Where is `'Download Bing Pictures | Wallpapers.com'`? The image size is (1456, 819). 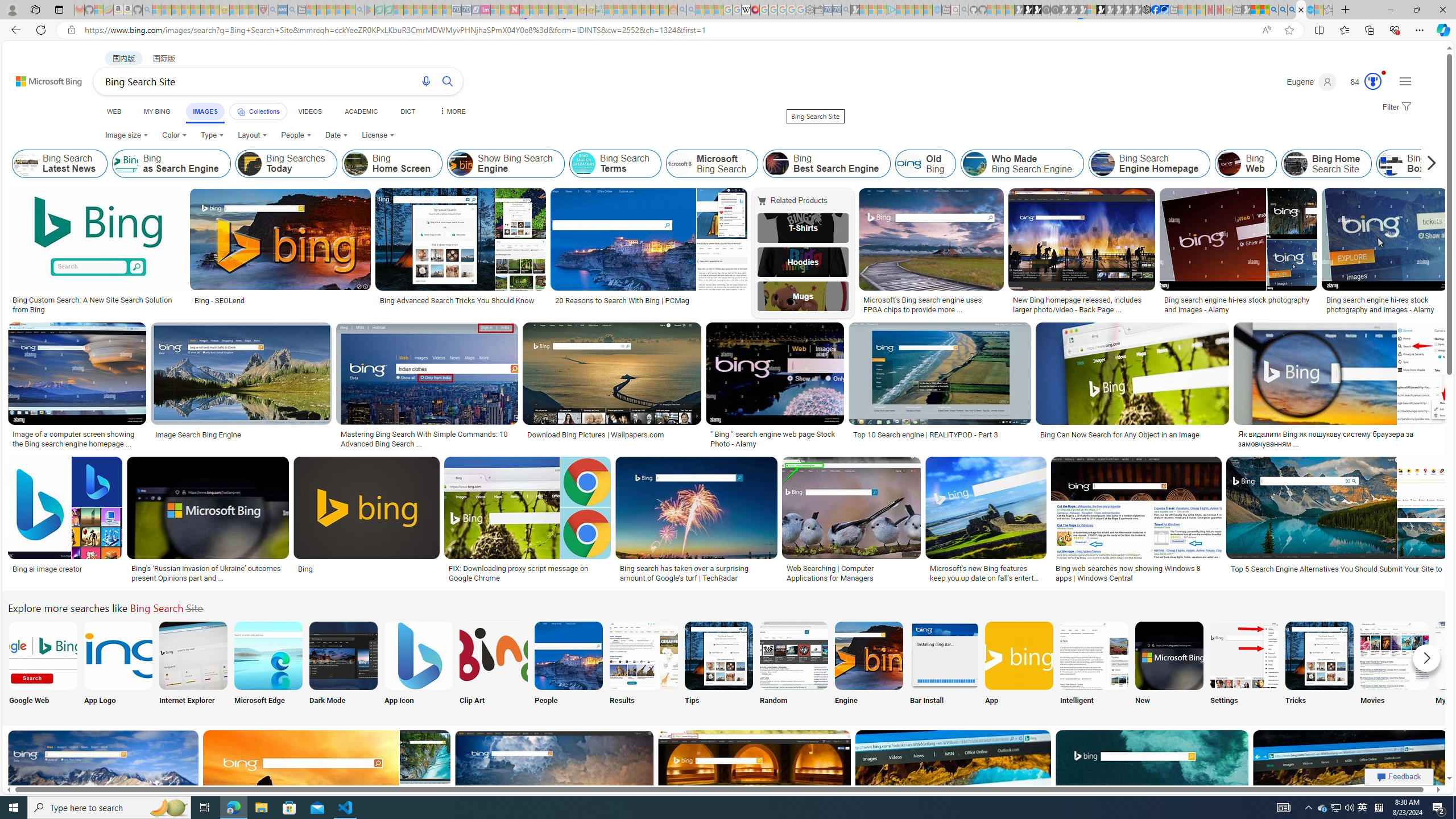 'Download Bing Pictures | Wallpapers.com' is located at coordinates (595, 433).